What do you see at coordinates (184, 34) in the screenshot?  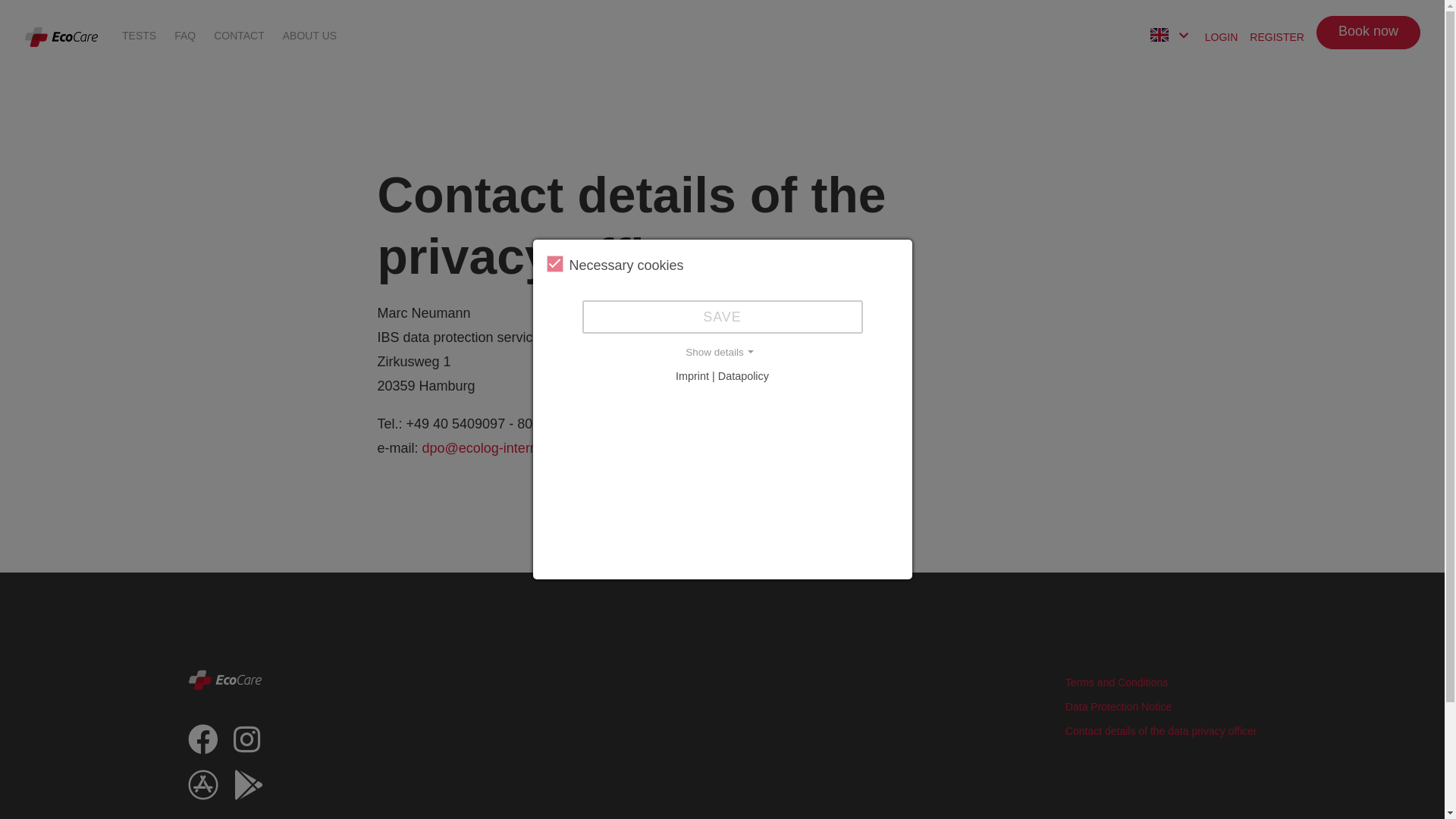 I see `'FAQ'` at bounding box center [184, 34].